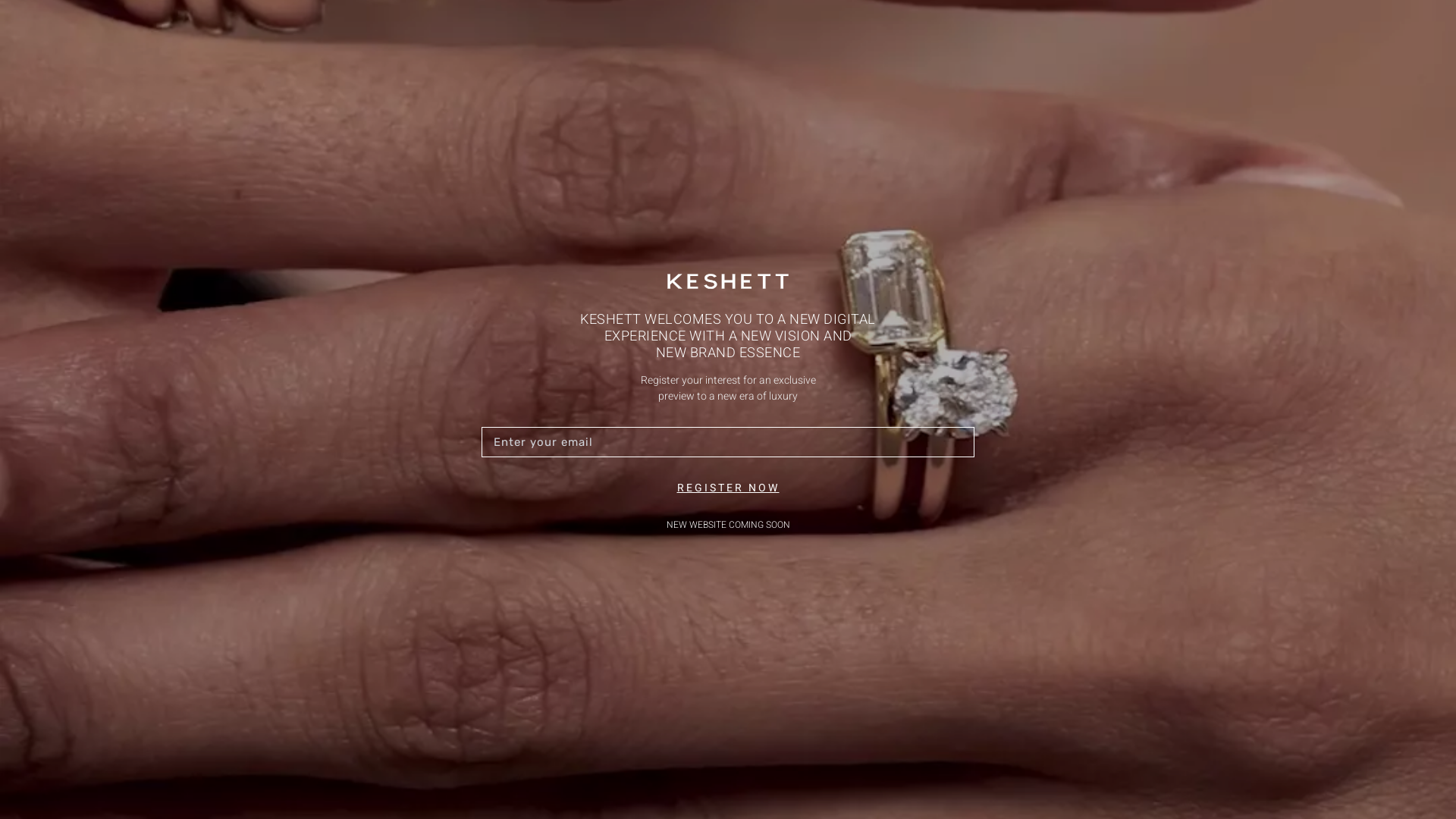  Describe the element at coordinates (726, 488) in the screenshot. I see `'REGISTER NOW'` at that location.